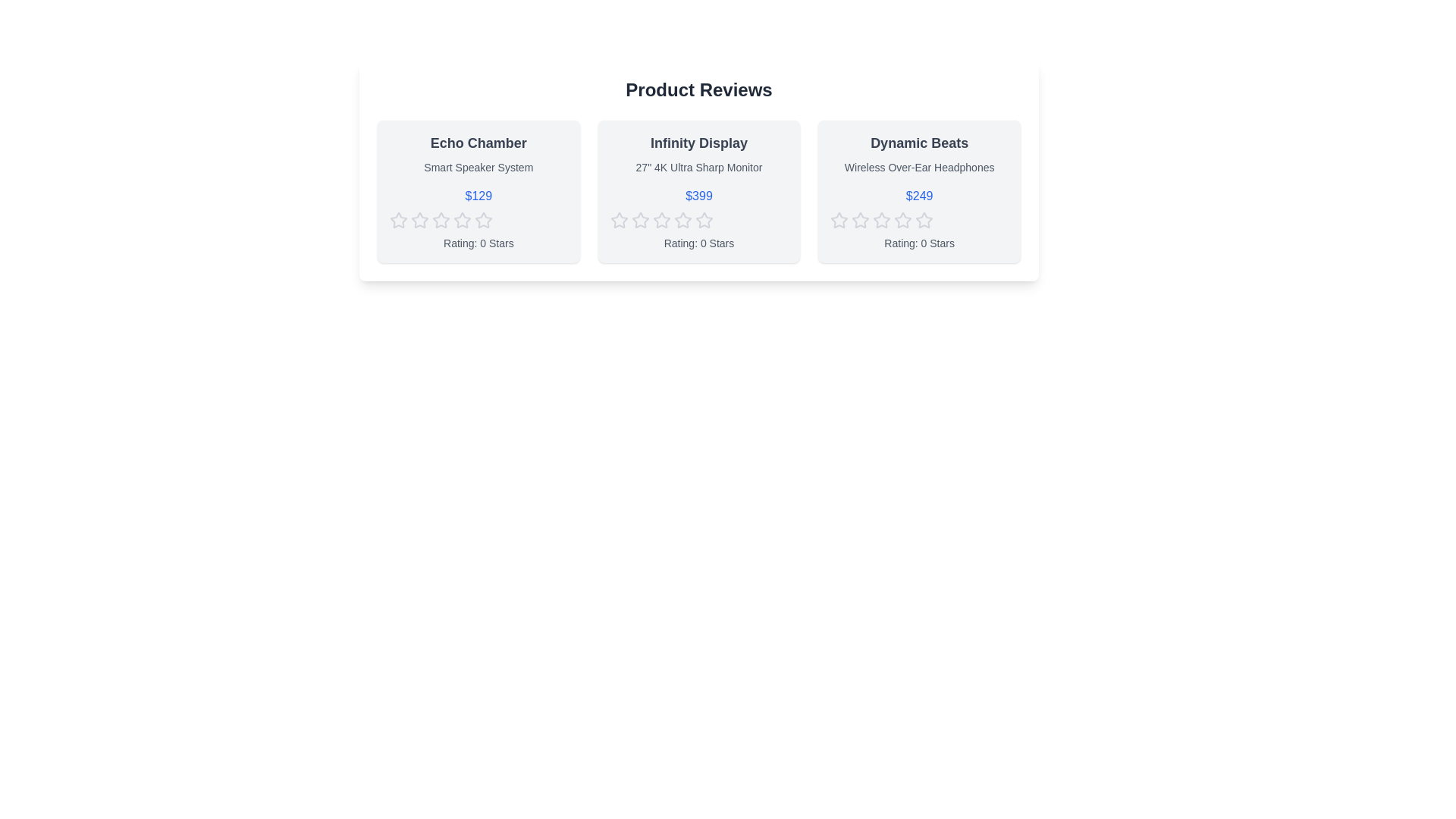 Image resolution: width=1456 pixels, height=819 pixels. What do you see at coordinates (882, 220) in the screenshot?
I see `the third star icon in the star rating system under the 'Dynamic Beats' product card for interaction` at bounding box center [882, 220].